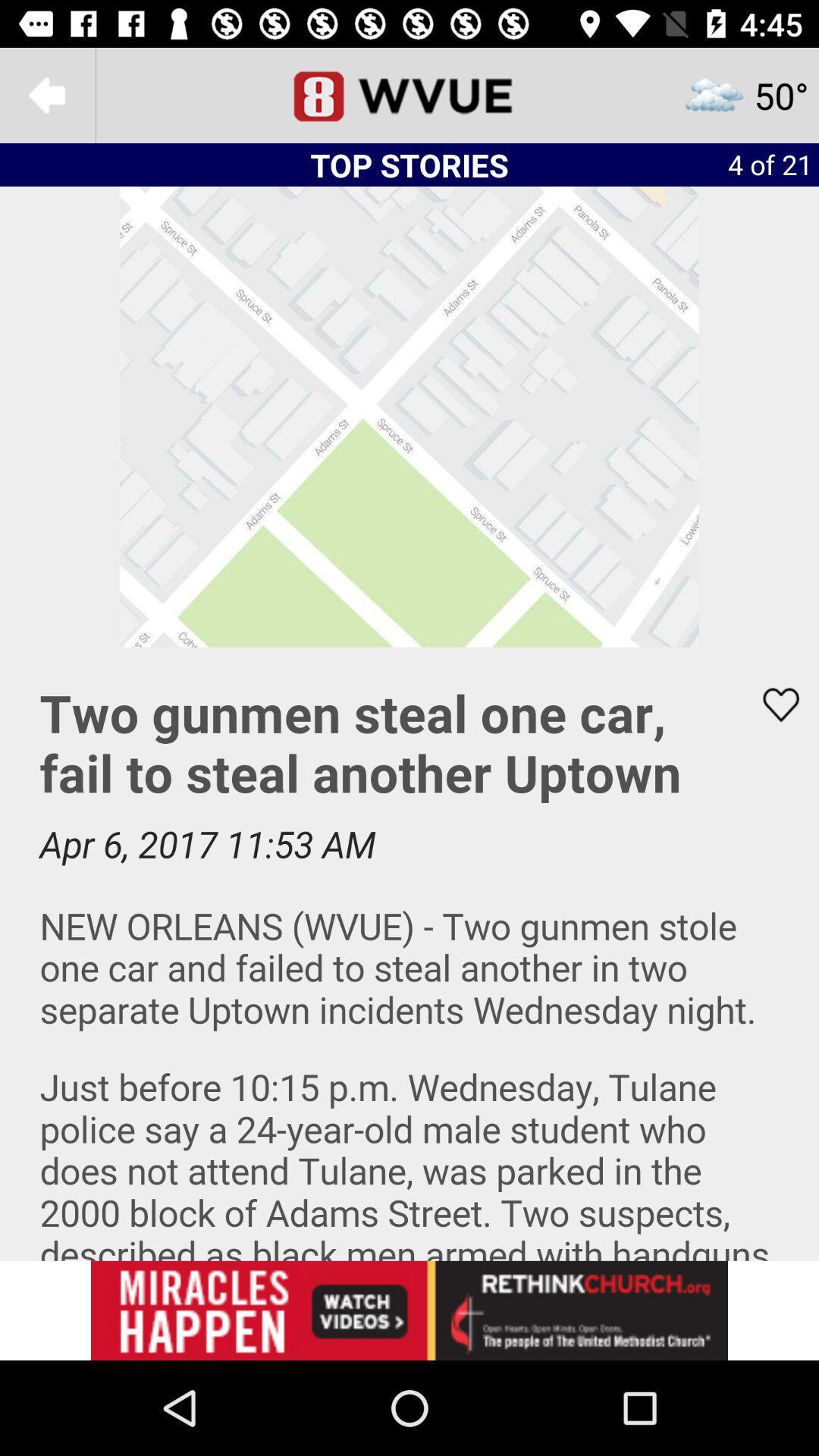 The image size is (819, 1456). I want to click on the arrow_backward icon, so click(46, 94).